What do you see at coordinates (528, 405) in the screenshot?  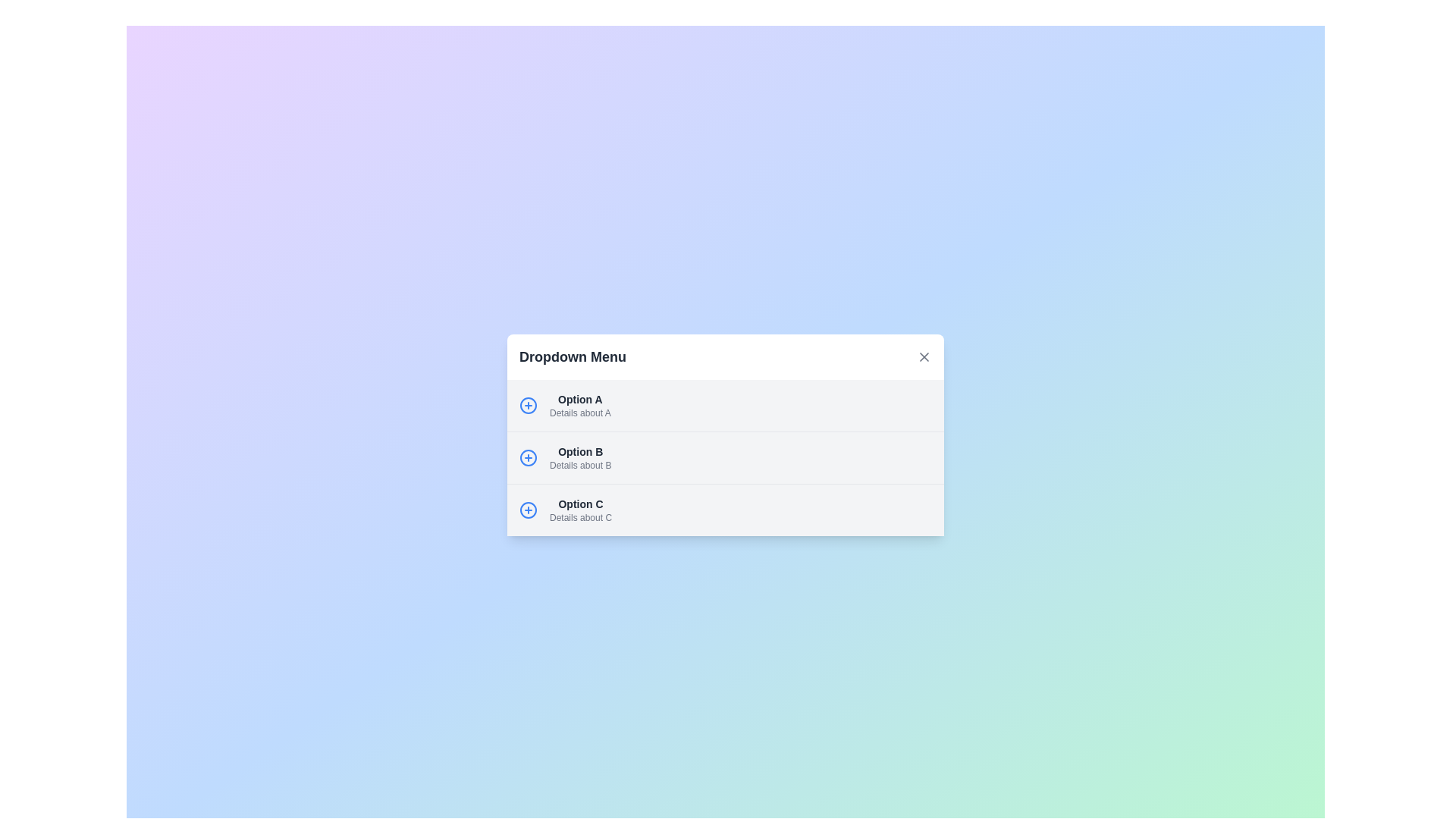 I see `the circular blue icon button with a plus symbol, located to the left of the text 'Option A' in the vertical list` at bounding box center [528, 405].